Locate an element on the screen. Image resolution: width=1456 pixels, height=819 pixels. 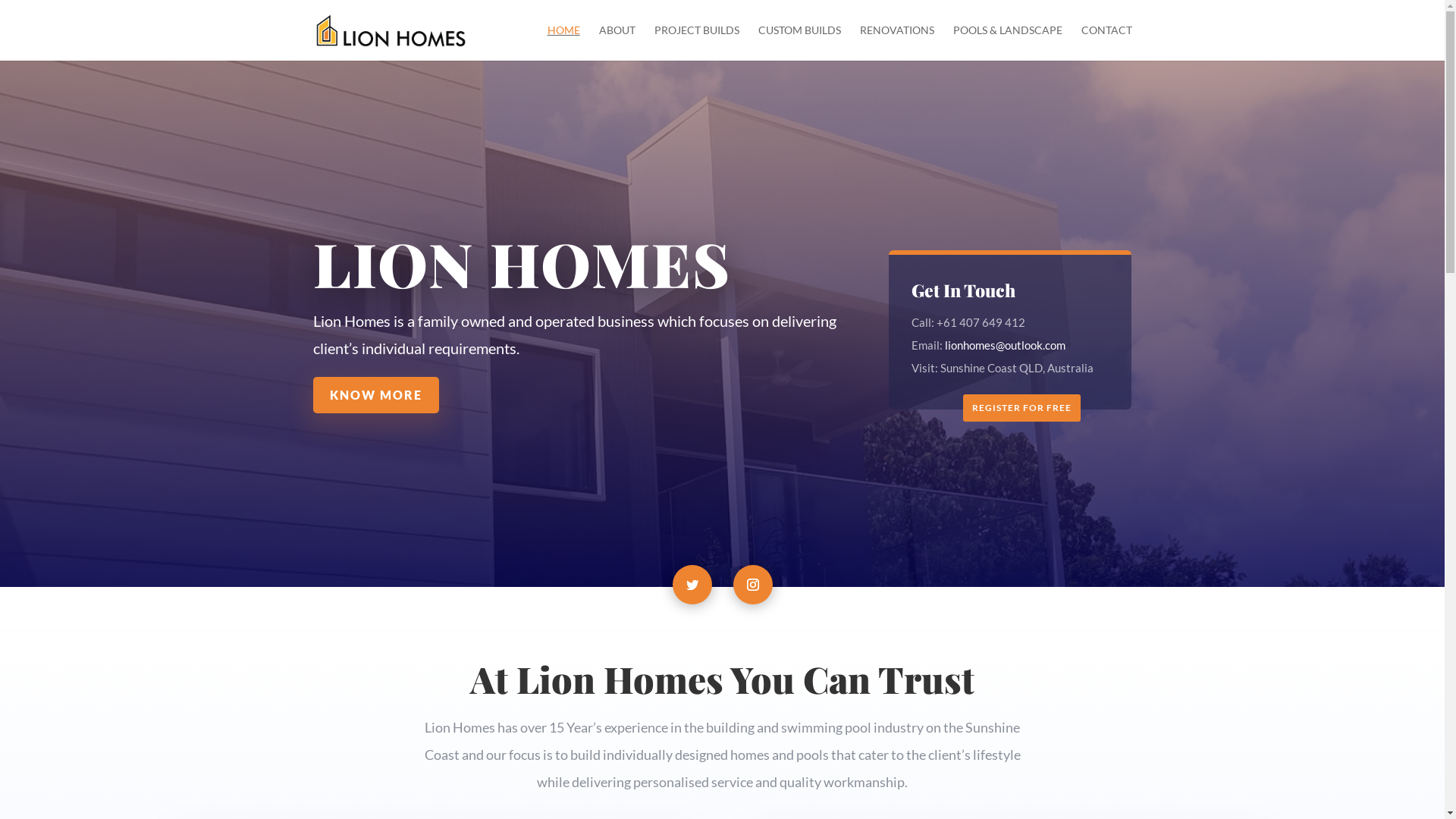
'Follow on Twitter' is located at coordinates (671, 584).